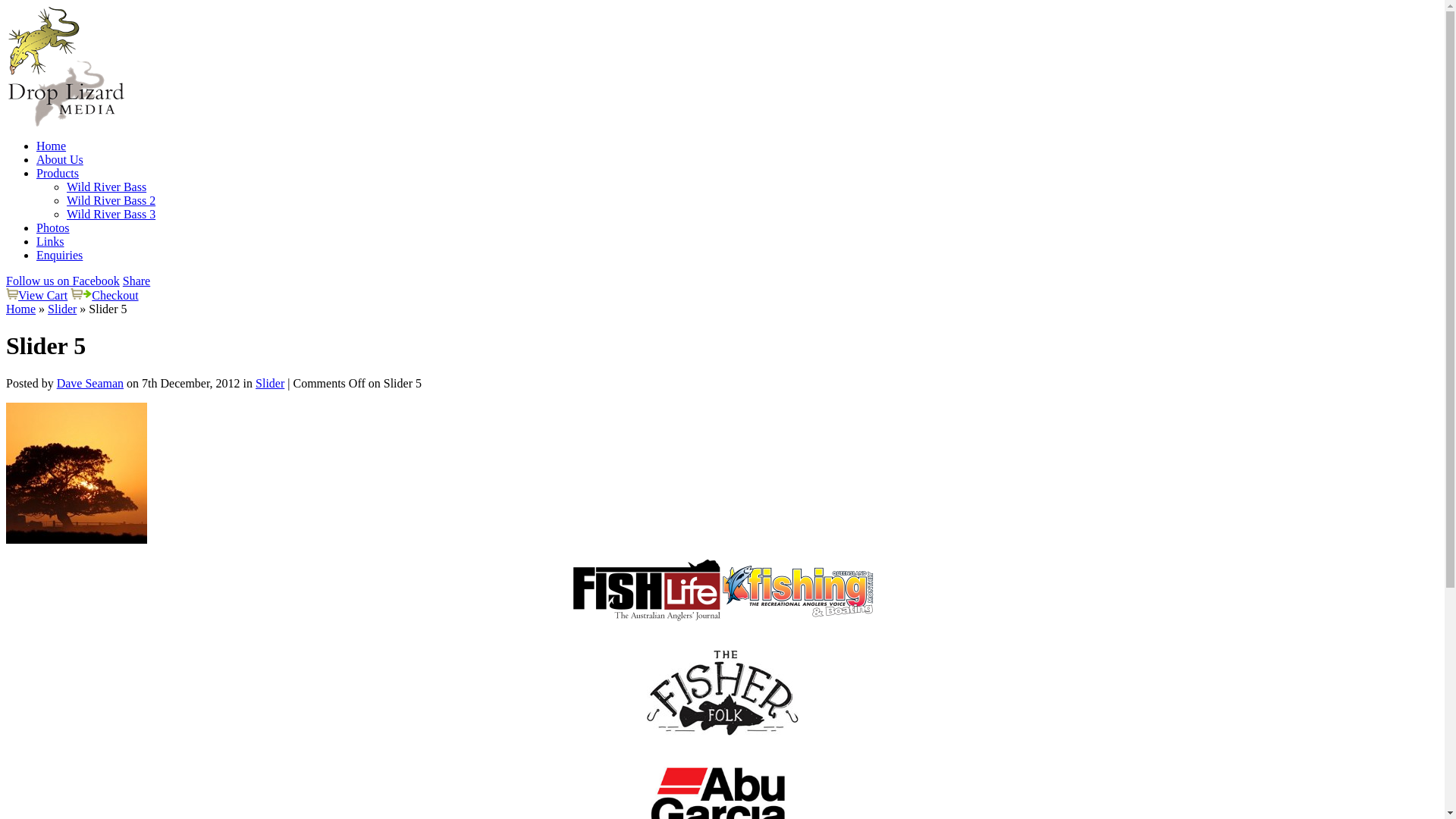 The width and height of the screenshot is (1456, 819). What do you see at coordinates (255, 382) in the screenshot?
I see `'Slider'` at bounding box center [255, 382].